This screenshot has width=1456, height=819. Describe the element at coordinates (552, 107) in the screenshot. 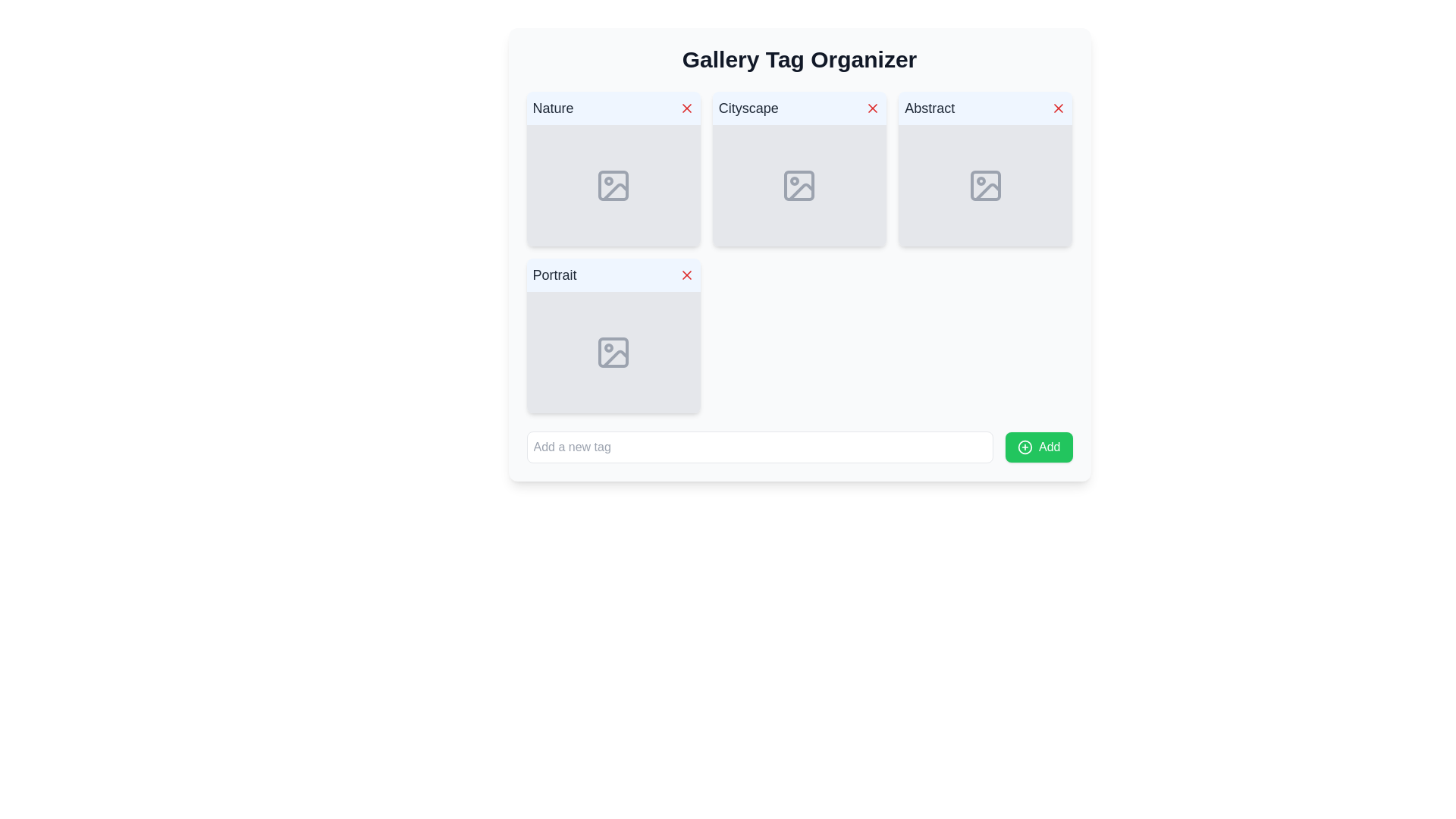

I see `the text label displaying 'Nature' in the blue-tinted header segment` at that location.